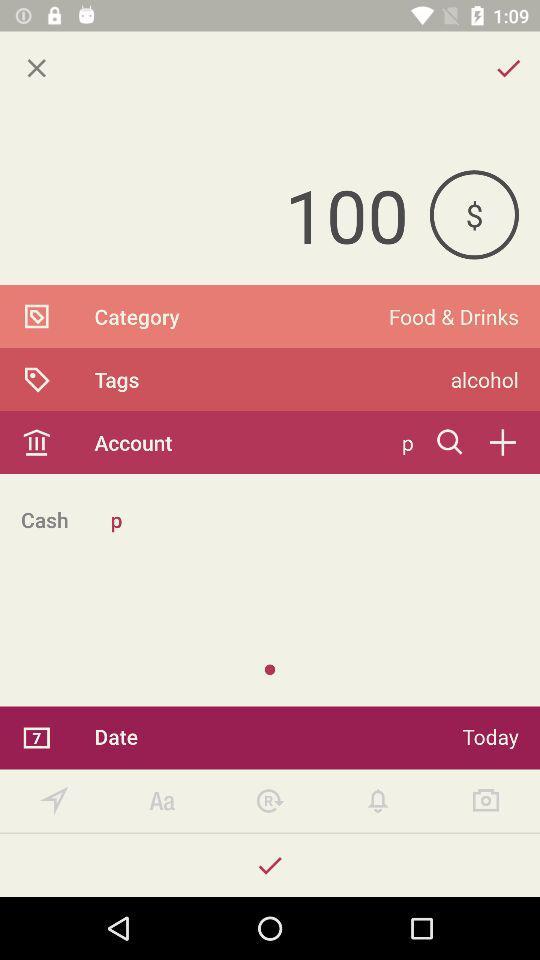 The width and height of the screenshot is (540, 960). I want to click on the icon above the food & drinks item, so click(473, 214).